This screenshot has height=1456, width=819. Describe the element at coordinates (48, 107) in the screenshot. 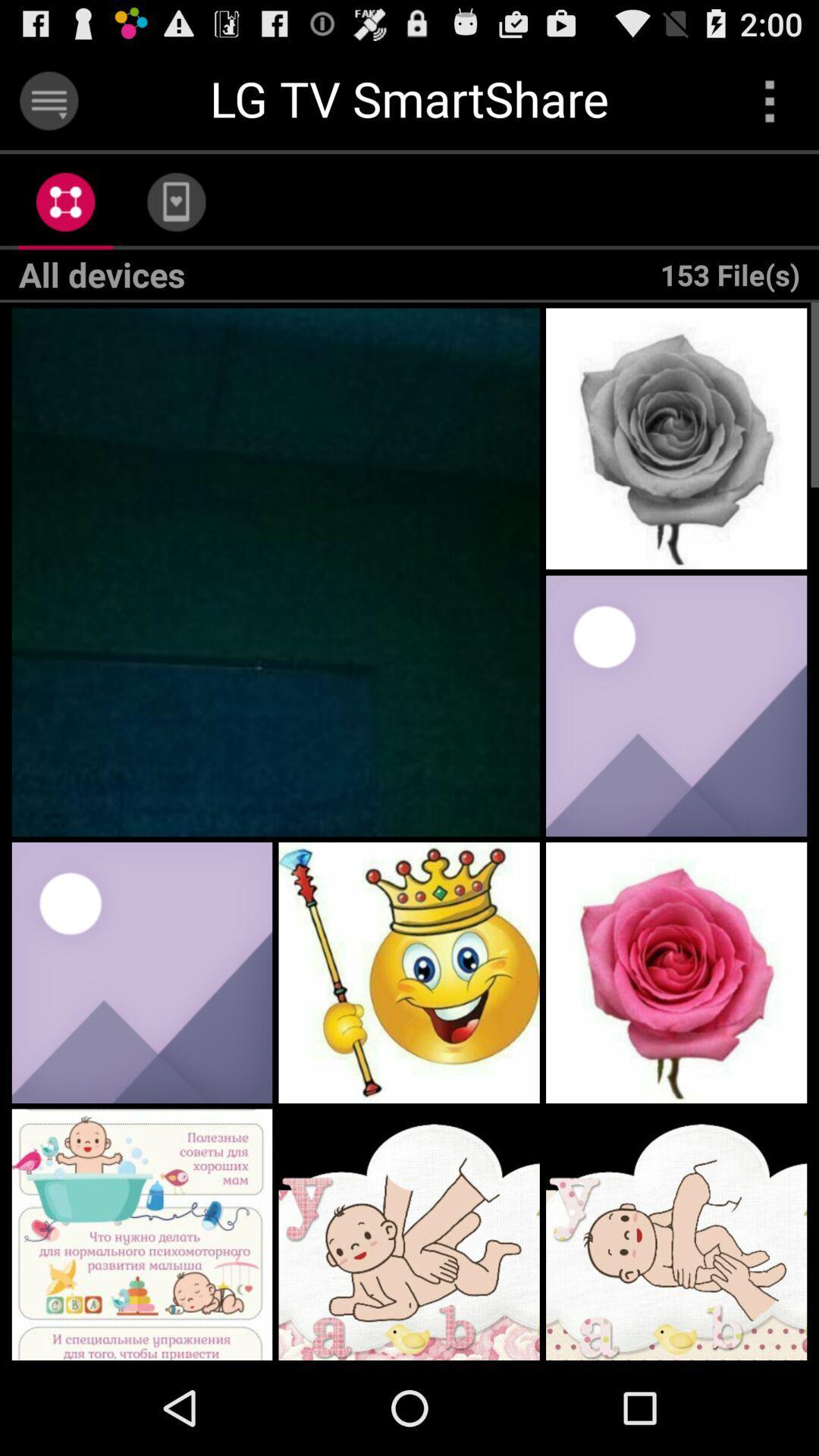

I see `the menu icon` at that location.